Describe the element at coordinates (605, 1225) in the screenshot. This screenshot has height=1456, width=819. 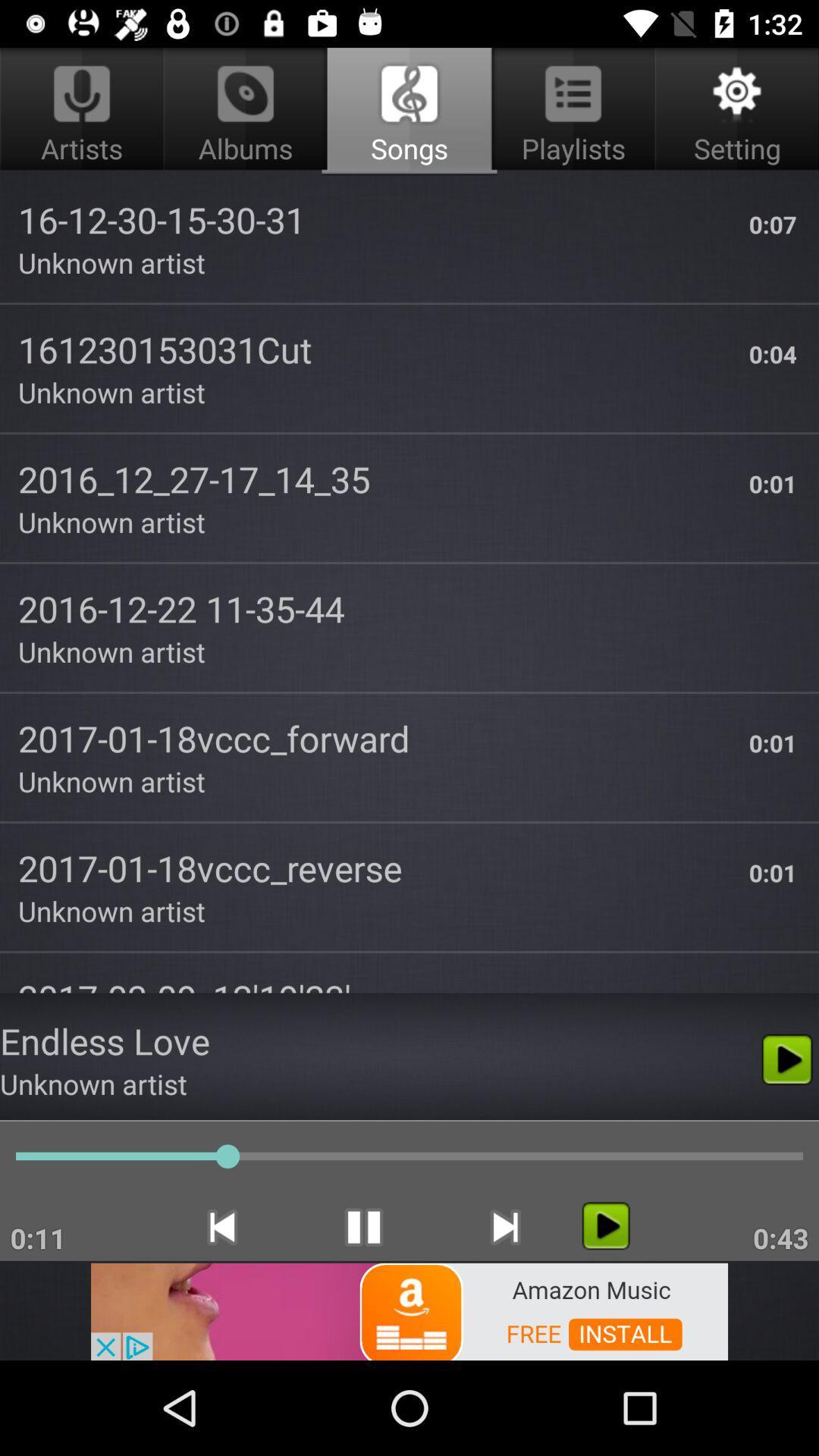
I see `any artist album or playlist on shuffle mode` at that location.